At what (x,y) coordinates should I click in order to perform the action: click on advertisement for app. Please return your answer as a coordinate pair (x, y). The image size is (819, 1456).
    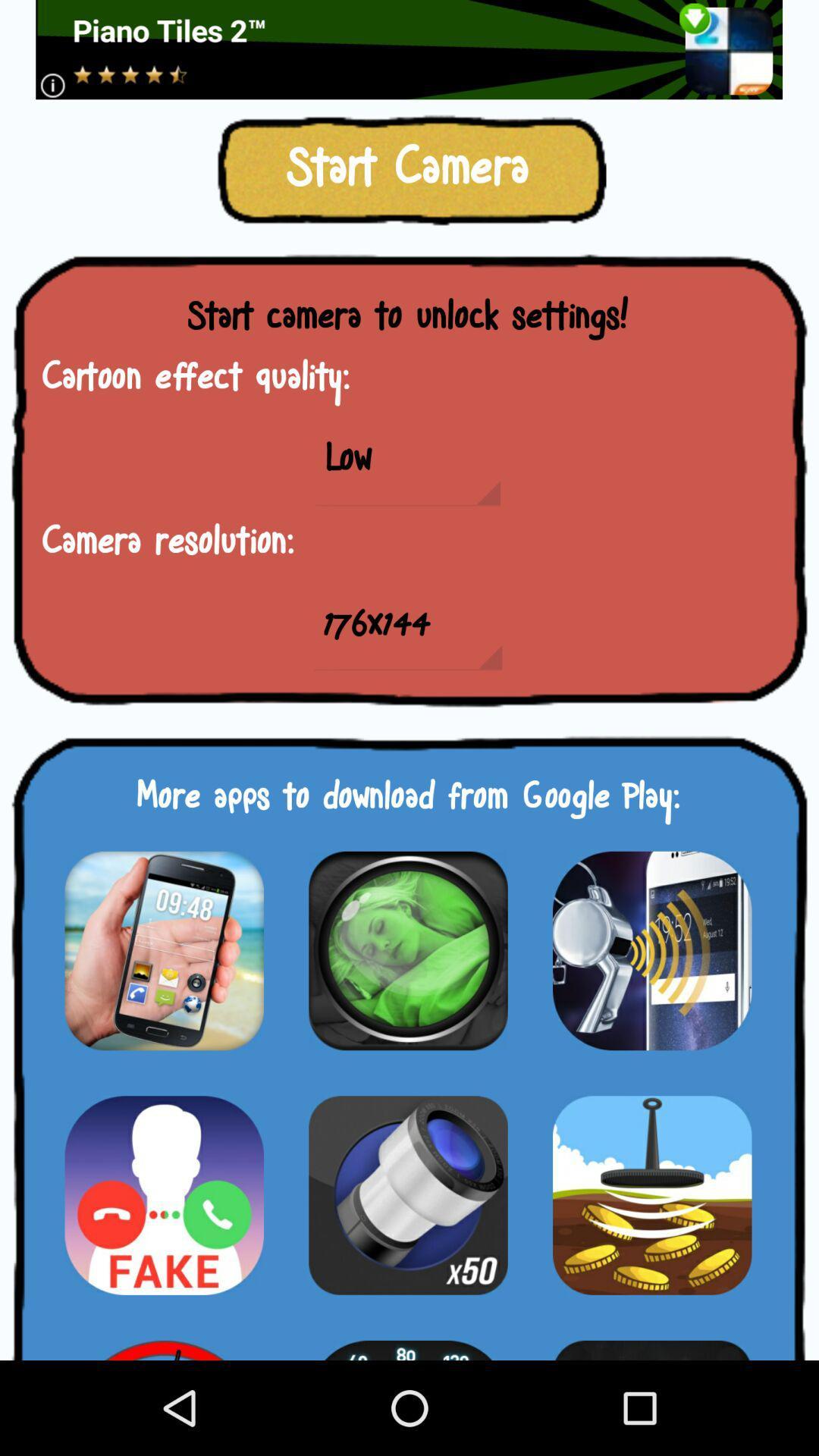
    Looking at the image, I should click on (407, 949).